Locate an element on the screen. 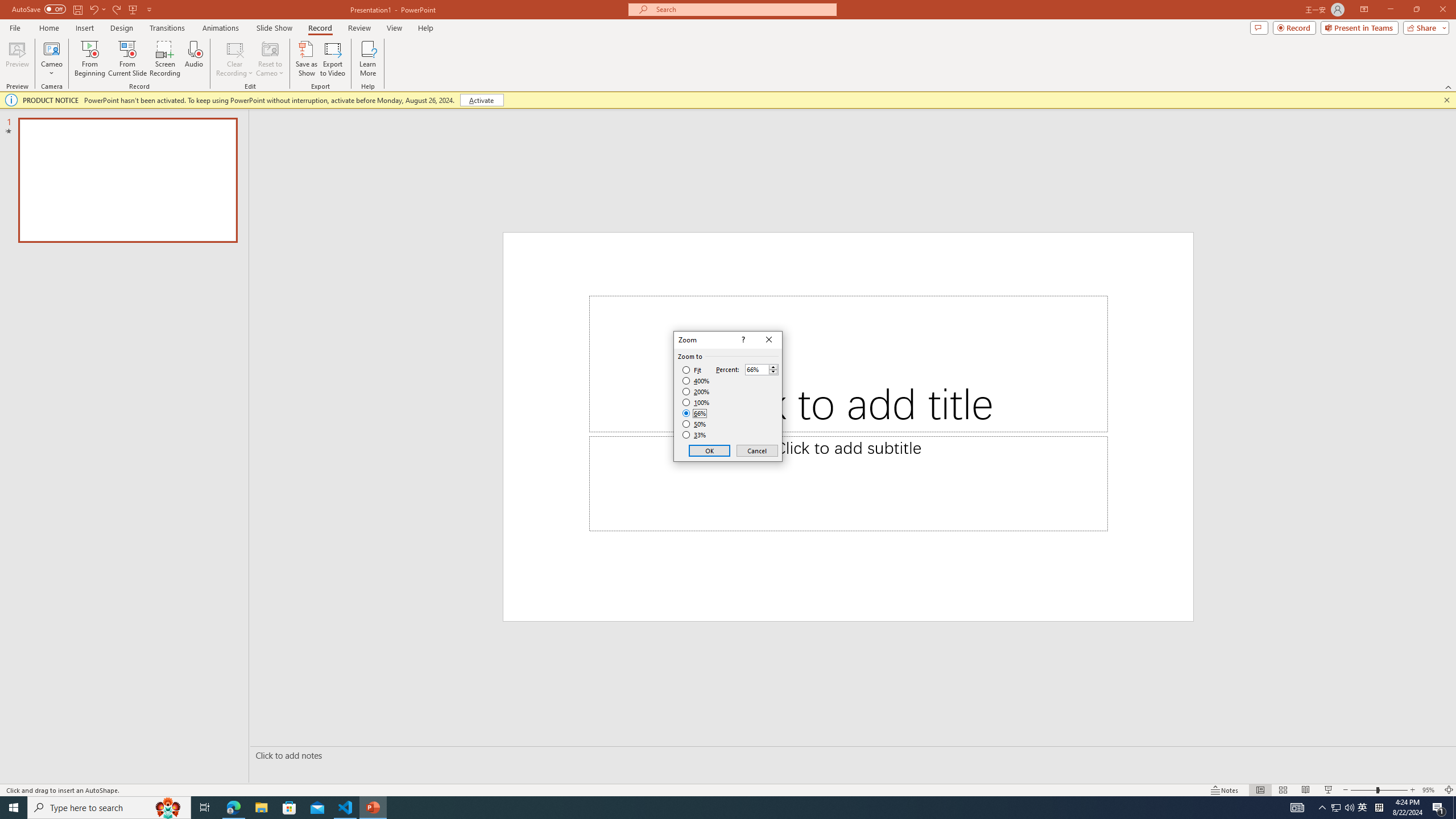 The height and width of the screenshot is (819, 1456). 'Export to Video' is located at coordinates (332, 59).